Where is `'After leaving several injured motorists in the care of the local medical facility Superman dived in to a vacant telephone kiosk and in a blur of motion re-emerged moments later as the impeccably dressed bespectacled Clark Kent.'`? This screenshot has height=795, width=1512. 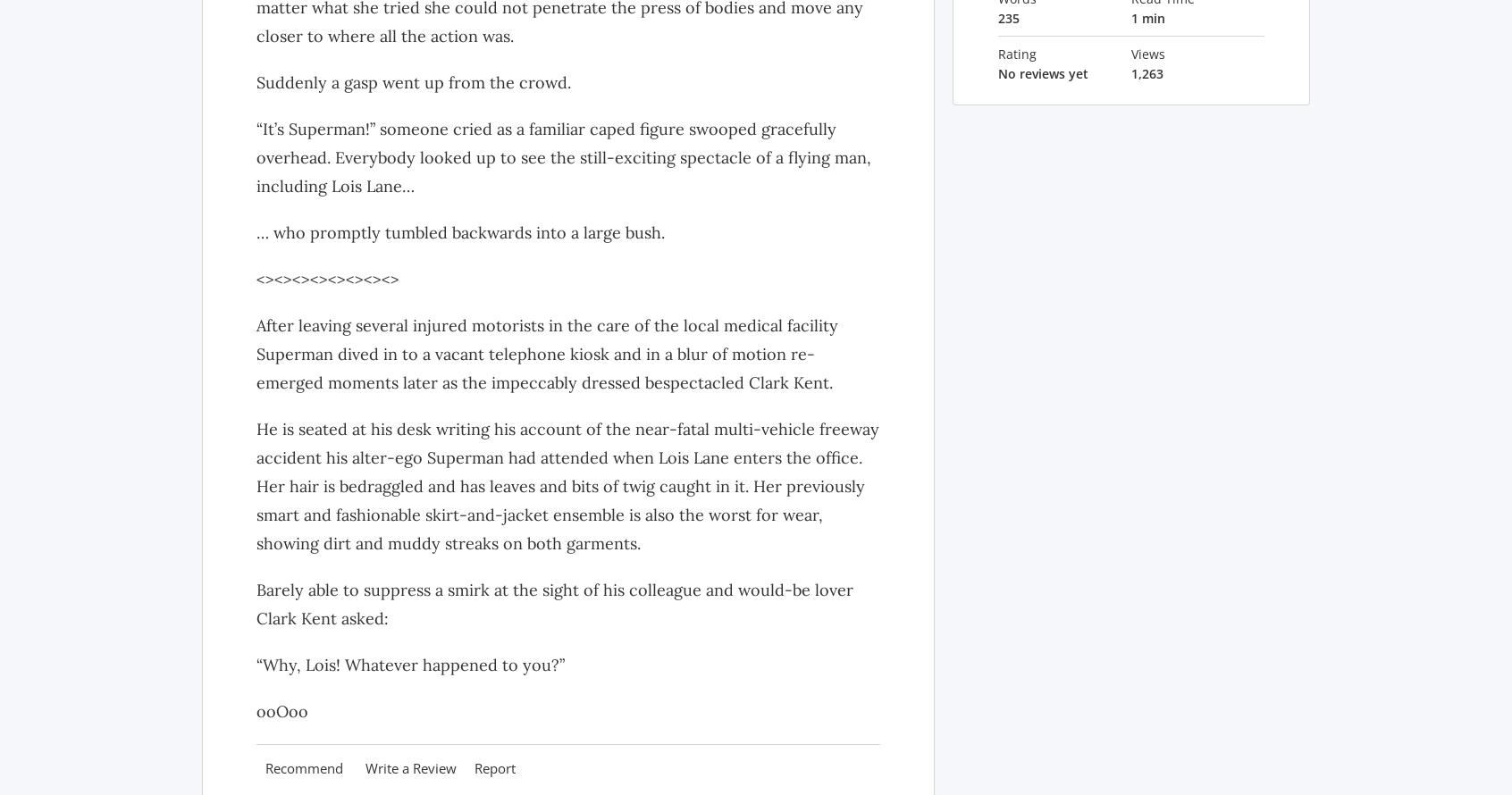
'After leaving several injured motorists in the care of the local medical facility Superman dived in to a vacant telephone kiosk and in a blur of motion re-emerged moments later as the impeccably dressed bespectacled Clark Kent.' is located at coordinates (546, 352).